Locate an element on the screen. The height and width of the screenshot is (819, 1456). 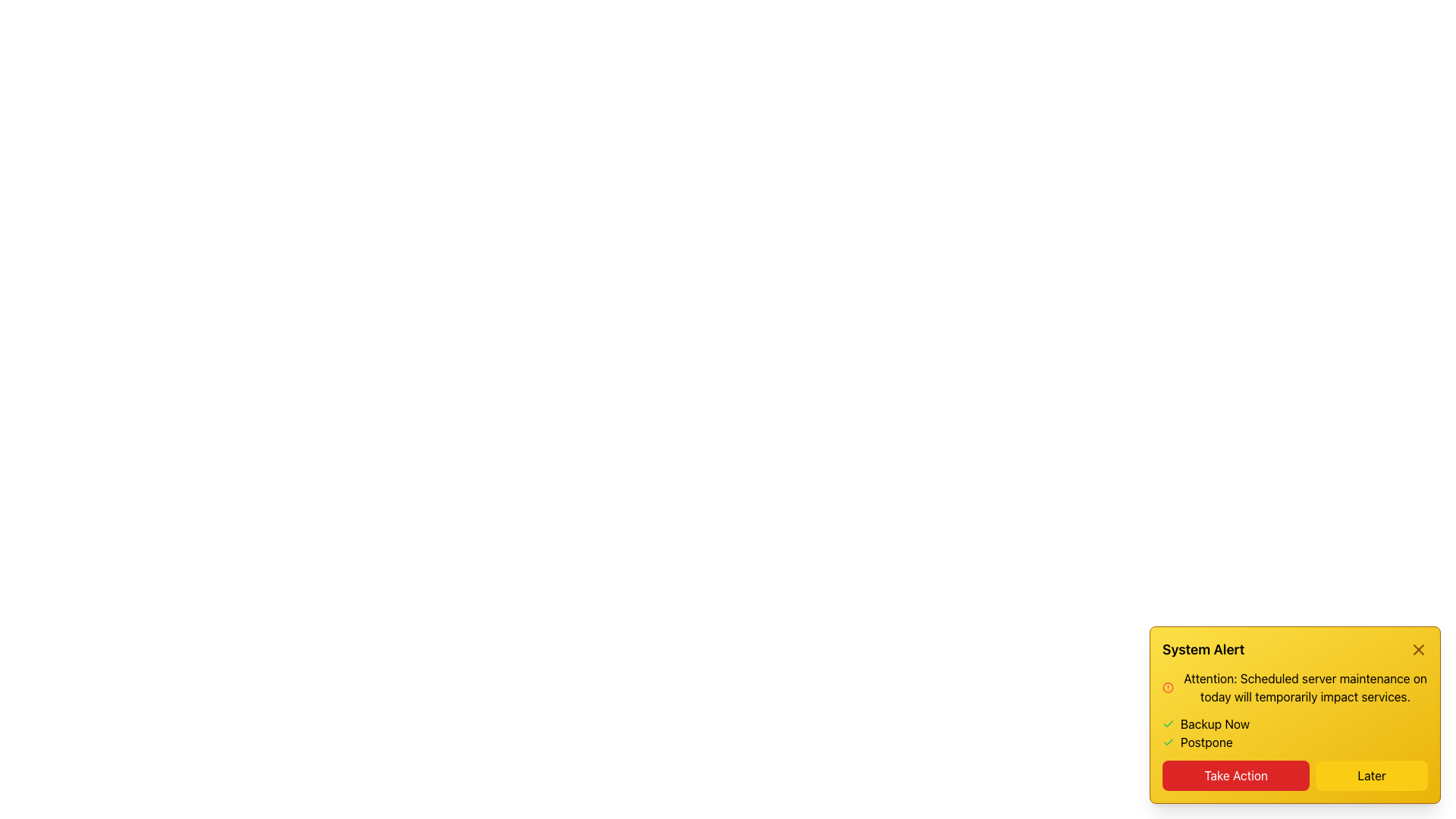
the close button located in the top-right corner of the 'System Alert' notification panel is located at coordinates (1418, 648).